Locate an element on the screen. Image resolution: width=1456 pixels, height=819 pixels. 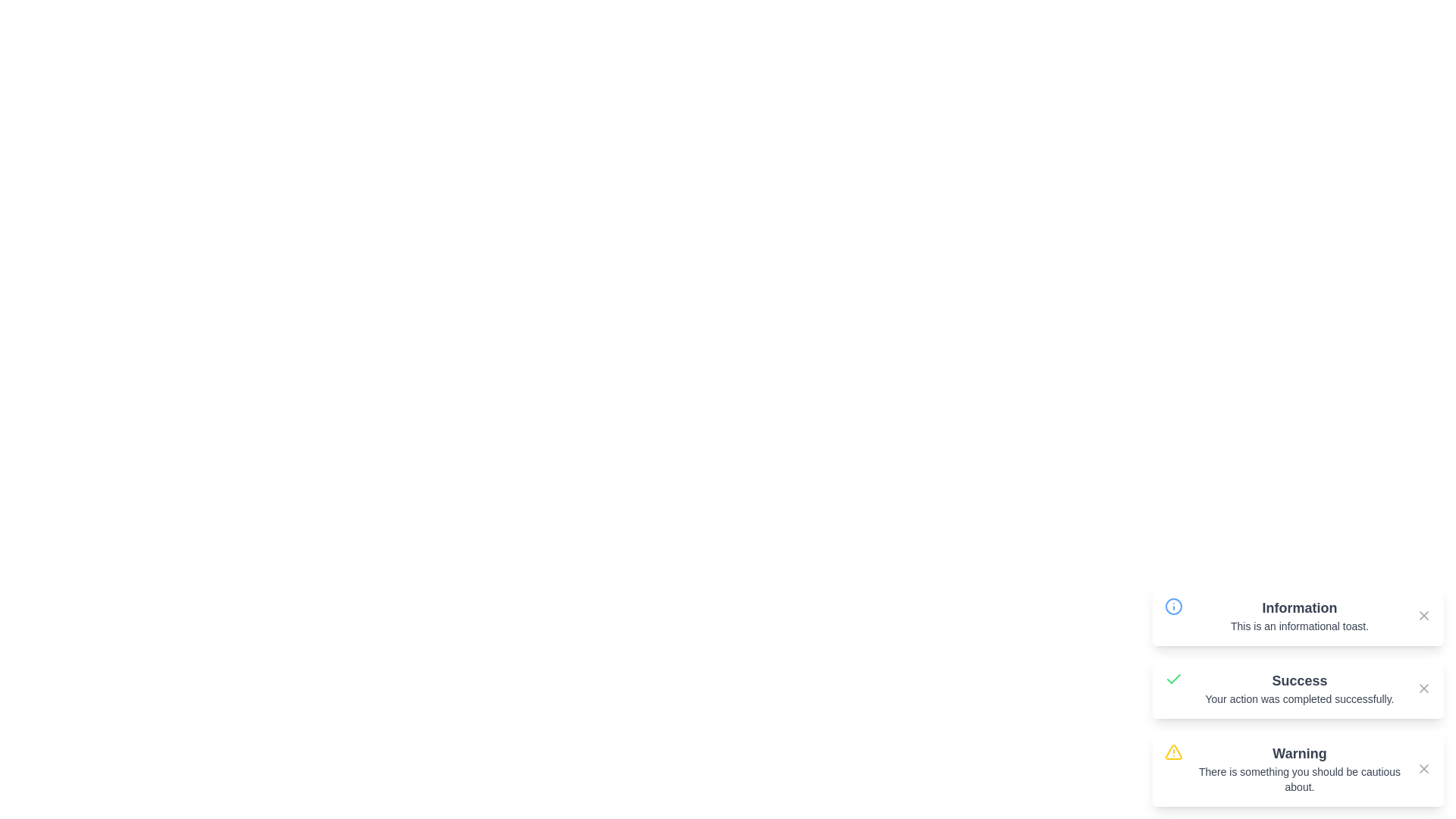
the text element reading 'This is an informational toast.' which is located below the bold title 'Information' within a notification box is located at coordinates (1298, 626).